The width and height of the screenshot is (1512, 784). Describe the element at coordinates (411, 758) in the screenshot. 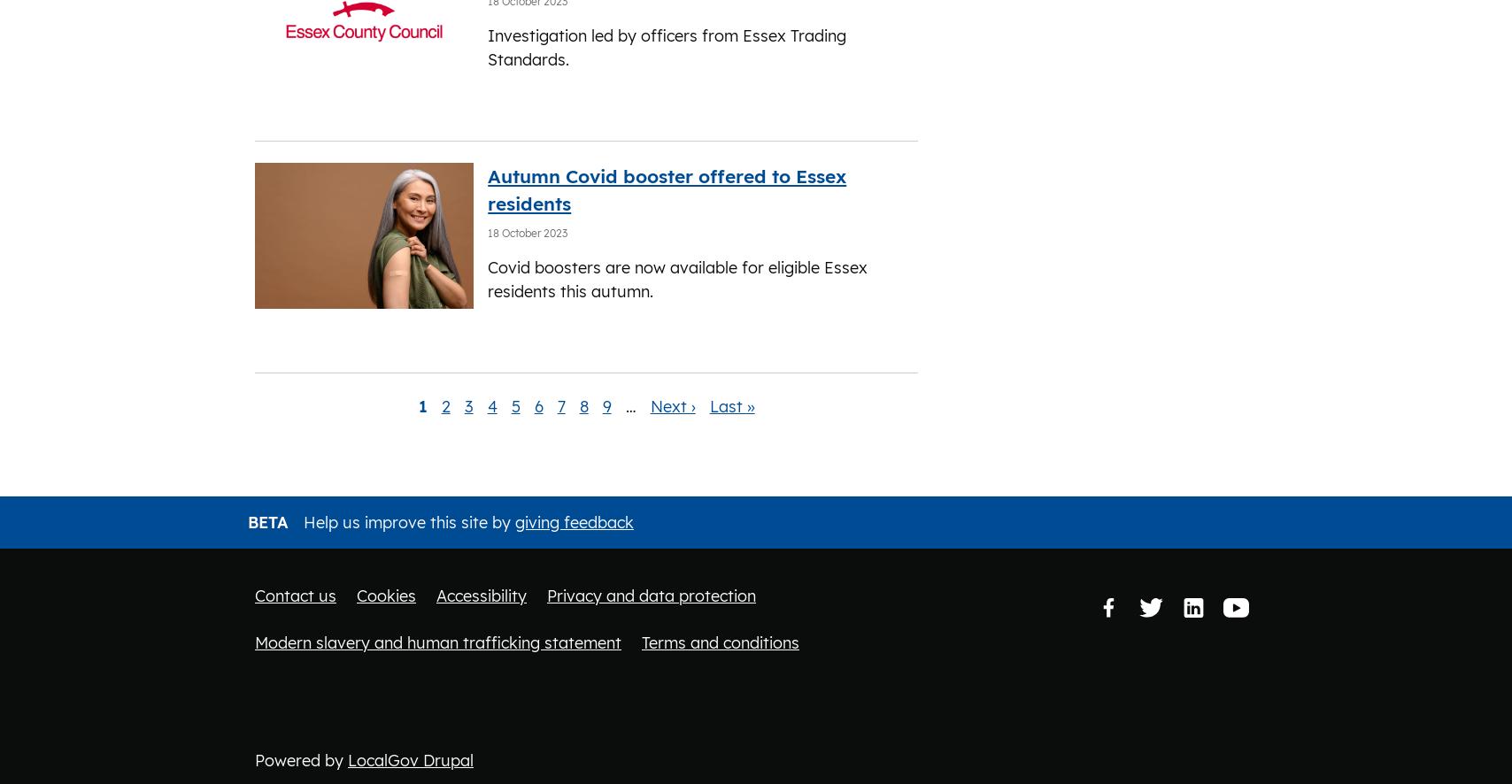

I see `'LocalGov Drupal'` at that location.